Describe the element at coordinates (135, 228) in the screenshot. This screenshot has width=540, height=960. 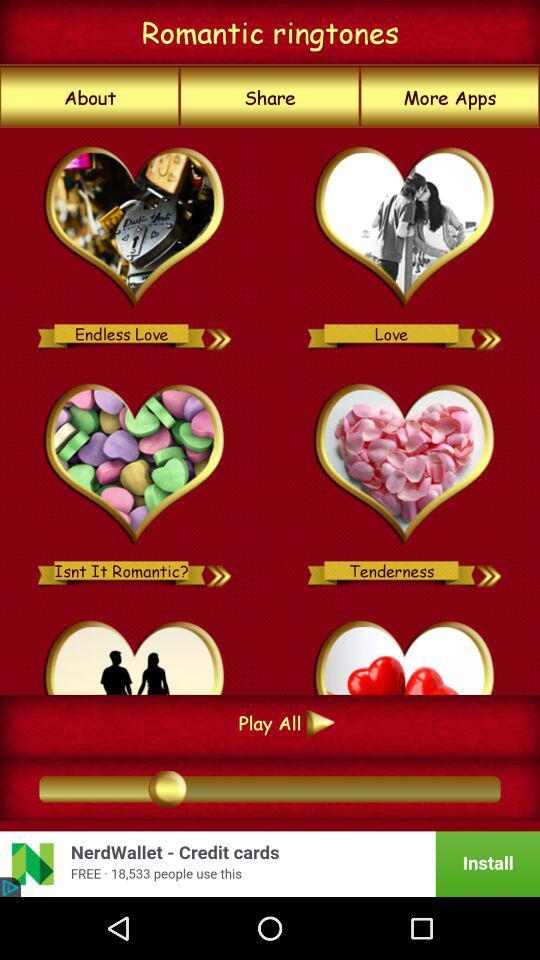
I see `selection` at that location.